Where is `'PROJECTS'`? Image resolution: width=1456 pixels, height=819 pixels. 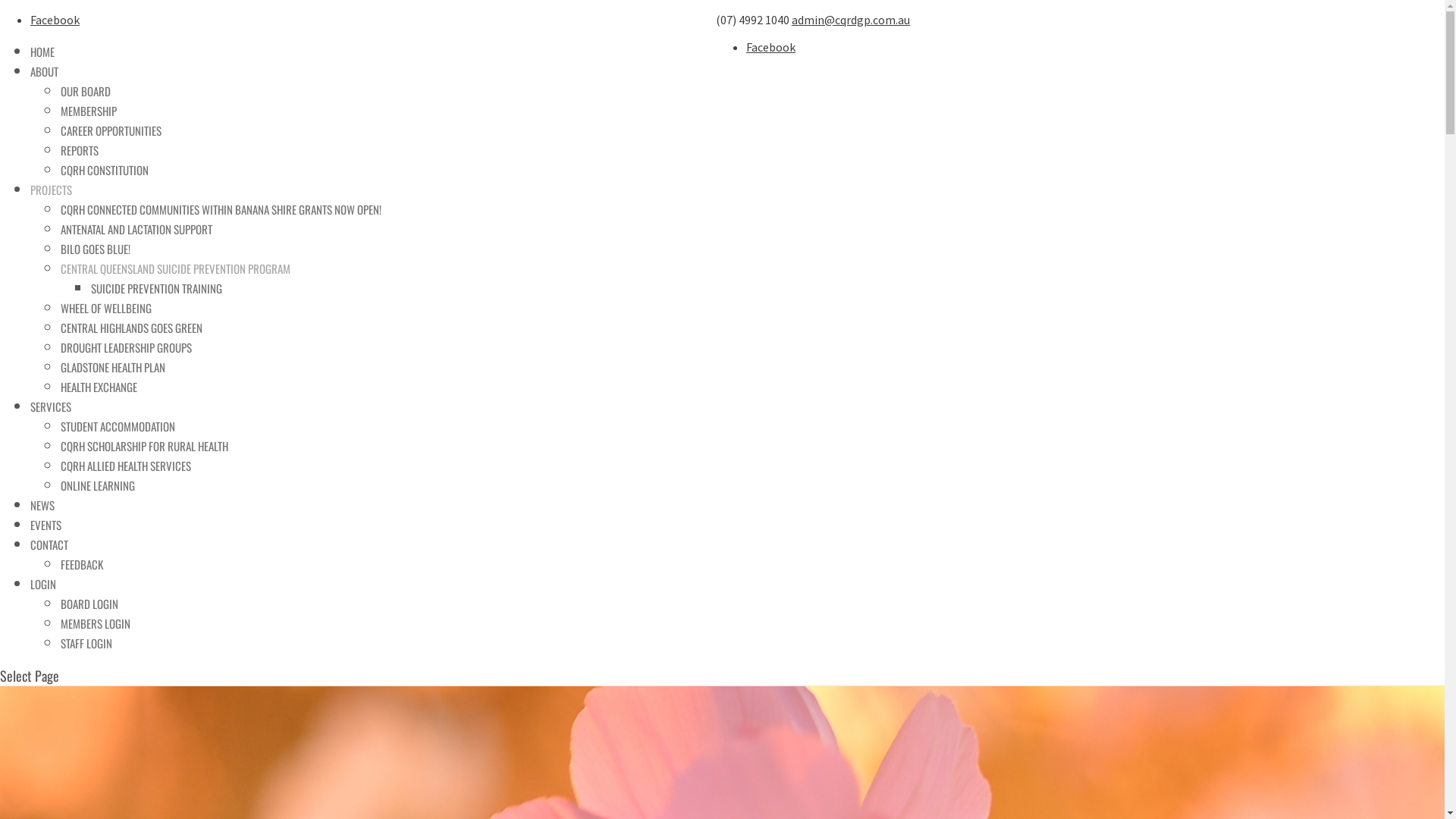
'PROJECTS' is located at coordinates (51, 189).